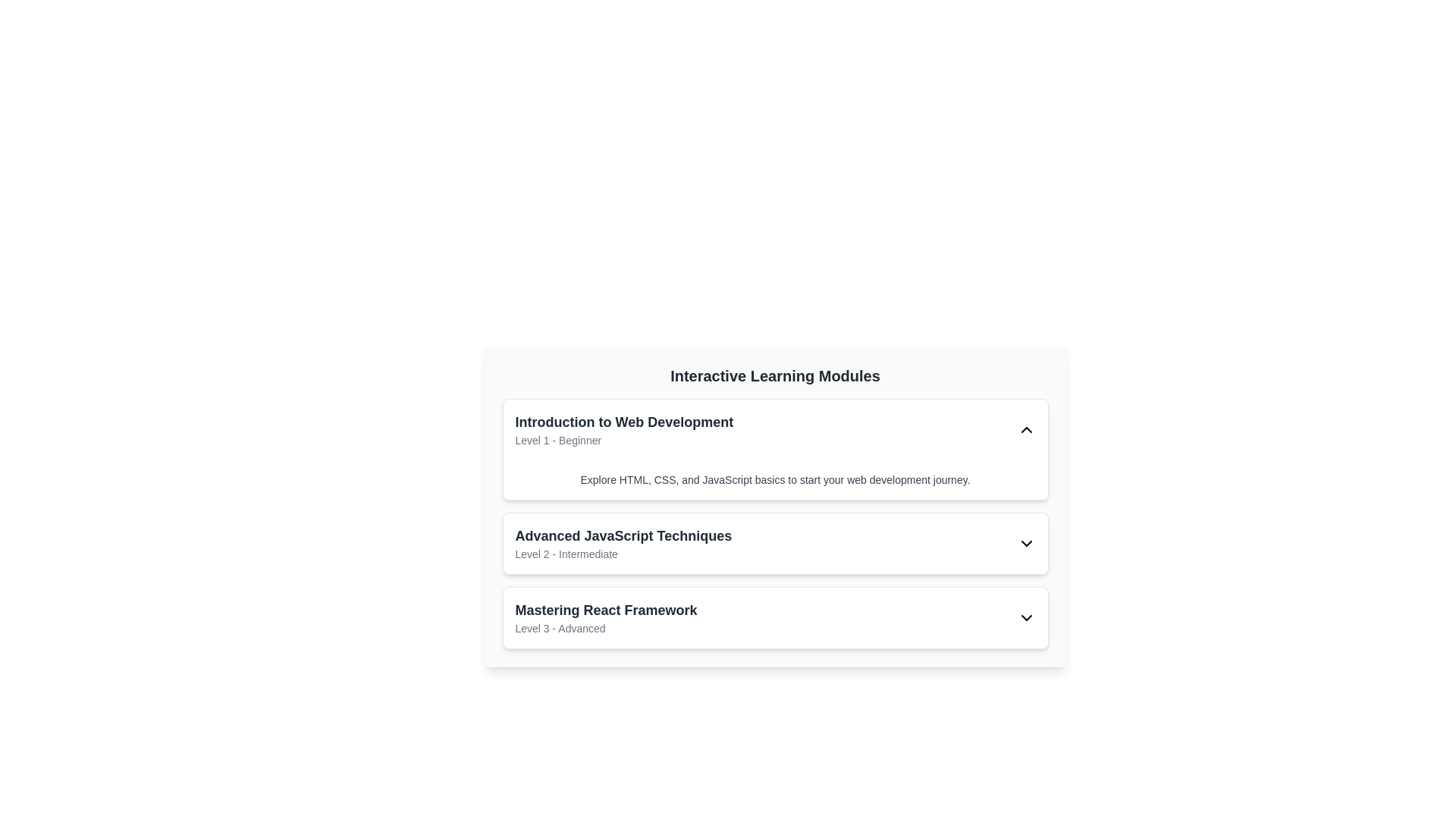 Image resolution: width=1456 pixels, height=819 pixels. I want to click on the downward chevron icon at the far-right of the 'Mastering React Framework Level 3 - Advanced' row, so click(1026, 617).